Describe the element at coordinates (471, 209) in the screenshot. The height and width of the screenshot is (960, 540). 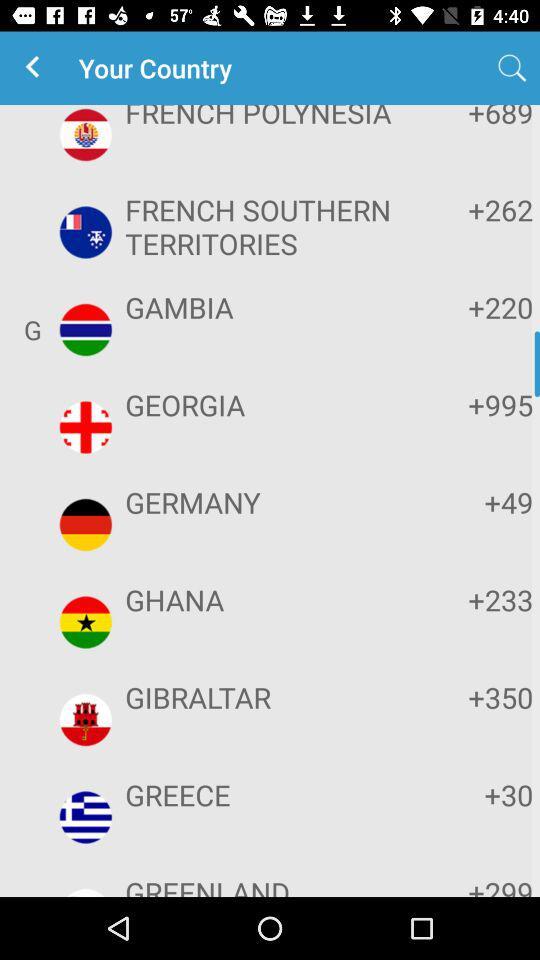
I see `+262` at that location.